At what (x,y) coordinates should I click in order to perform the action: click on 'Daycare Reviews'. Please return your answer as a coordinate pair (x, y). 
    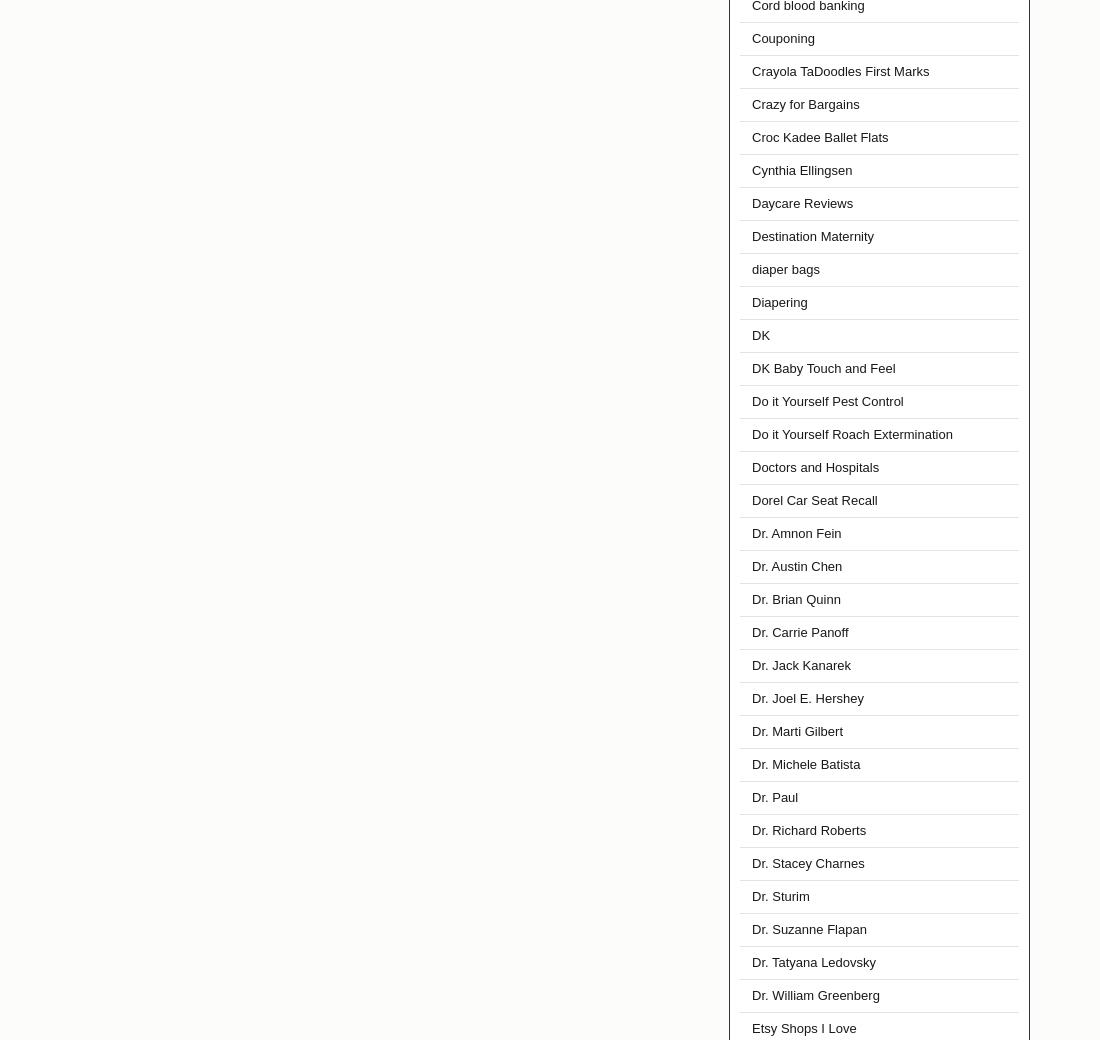
    Looking at the image, I should click on (750, 203).